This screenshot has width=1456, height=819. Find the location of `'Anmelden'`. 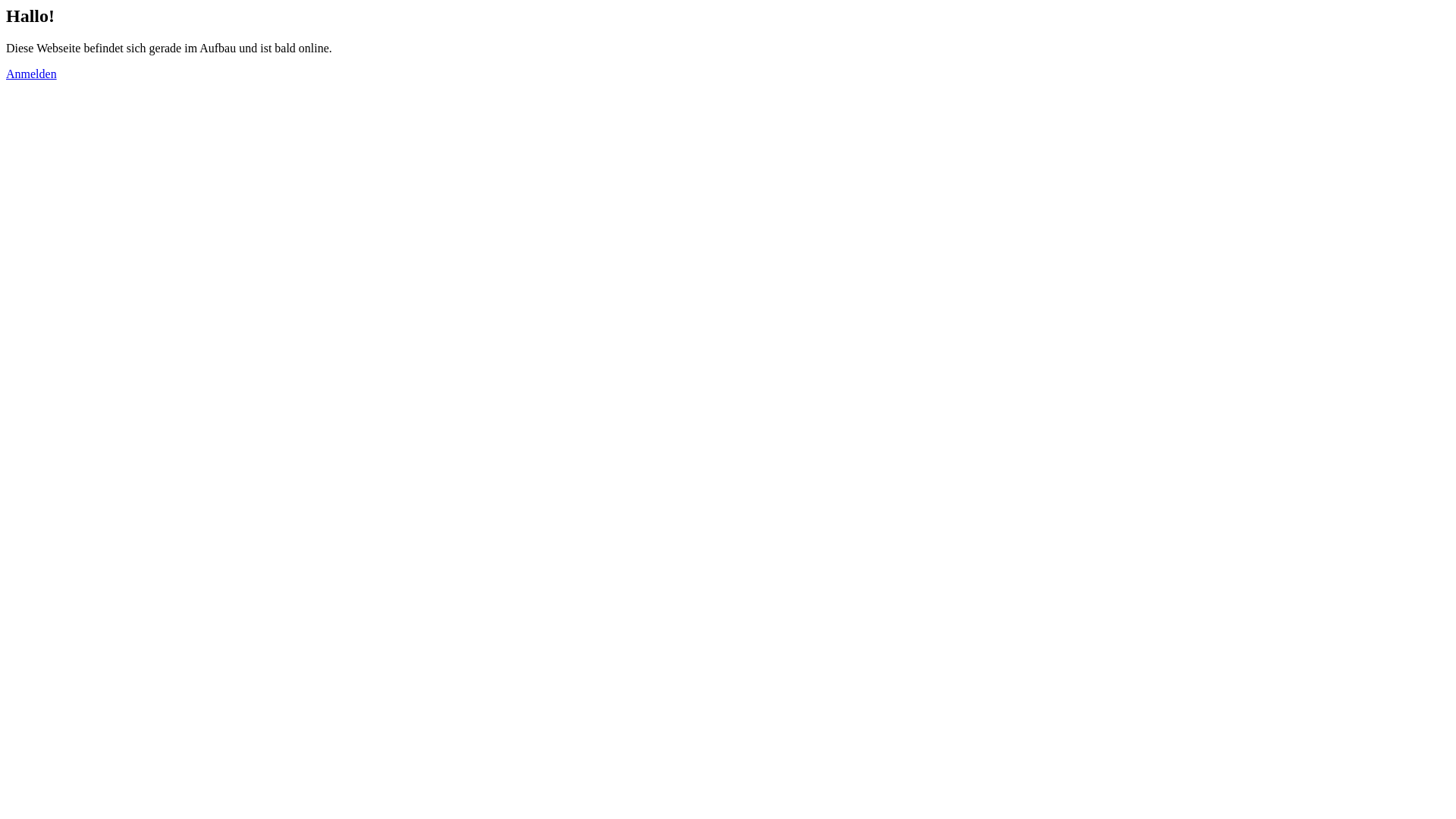

'Anmelden' is located at coordinates (6, 74).